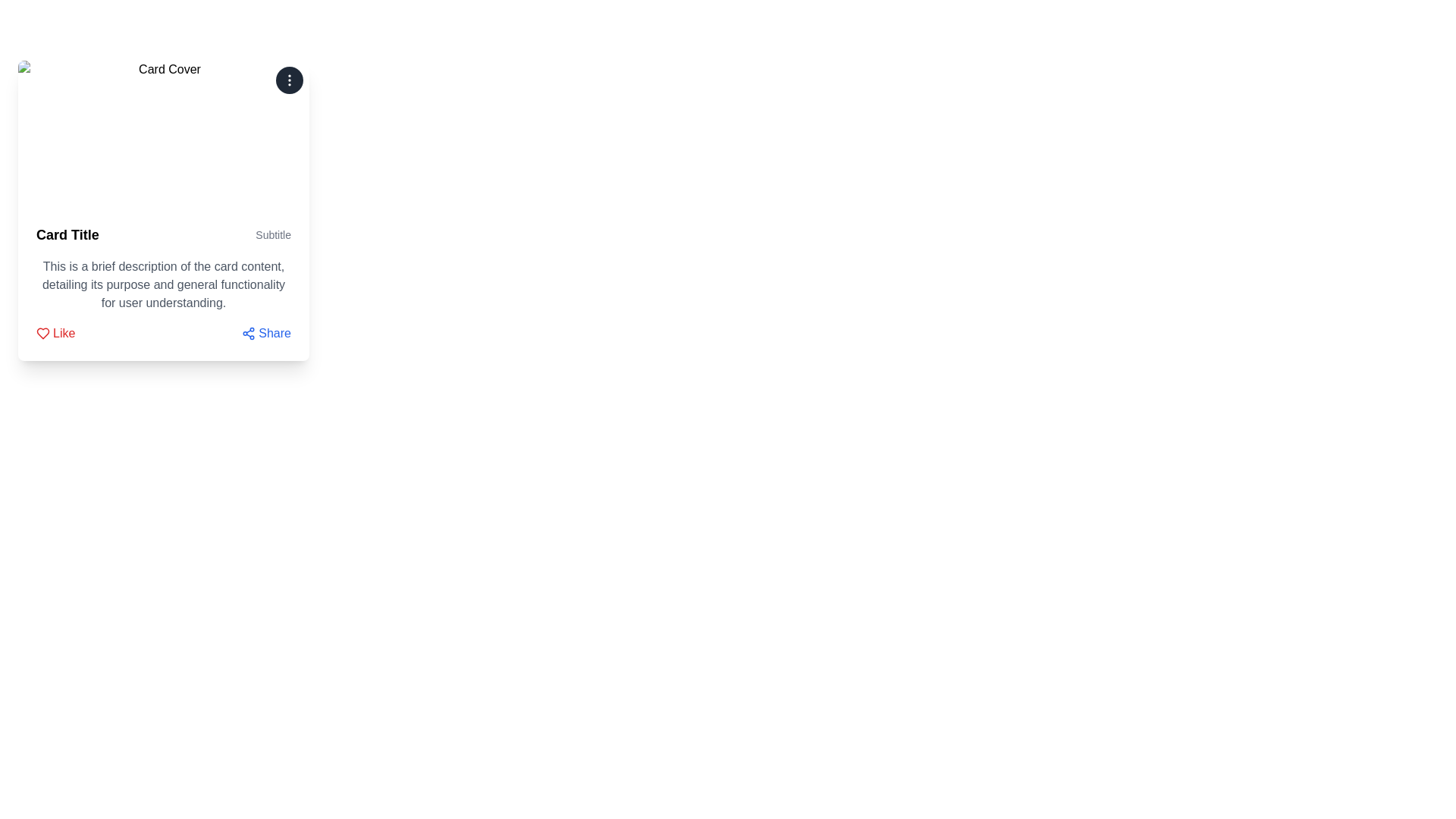 The width and height of the screenshot is (1456, 819). Describe the element at coordinates (290, 80) in the screenshot. I see `the button with an icon located at the top-right corner of the card` at that location.